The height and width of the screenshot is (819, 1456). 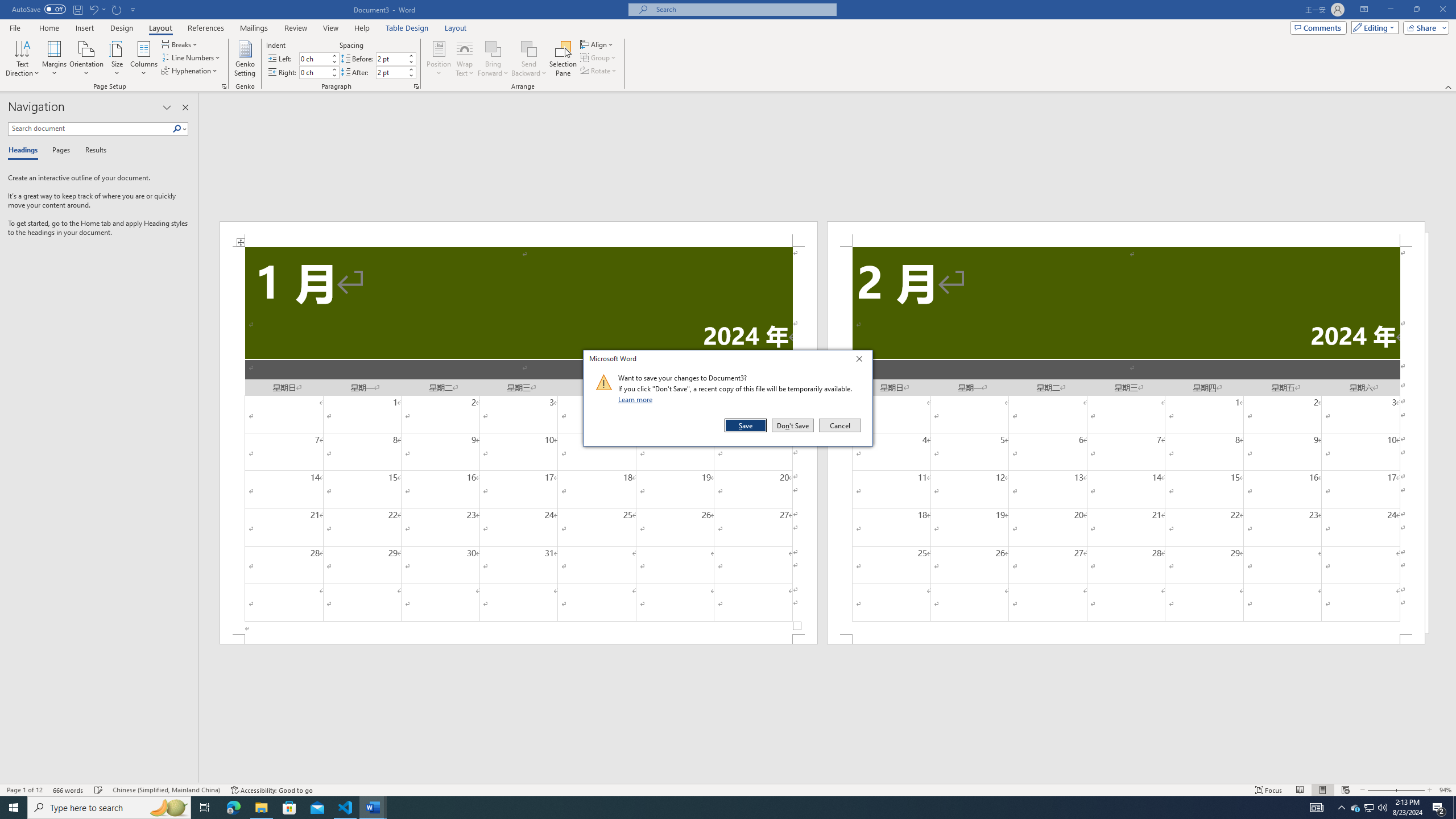 I want to click on 'Task View', so click(x=204, y=806).